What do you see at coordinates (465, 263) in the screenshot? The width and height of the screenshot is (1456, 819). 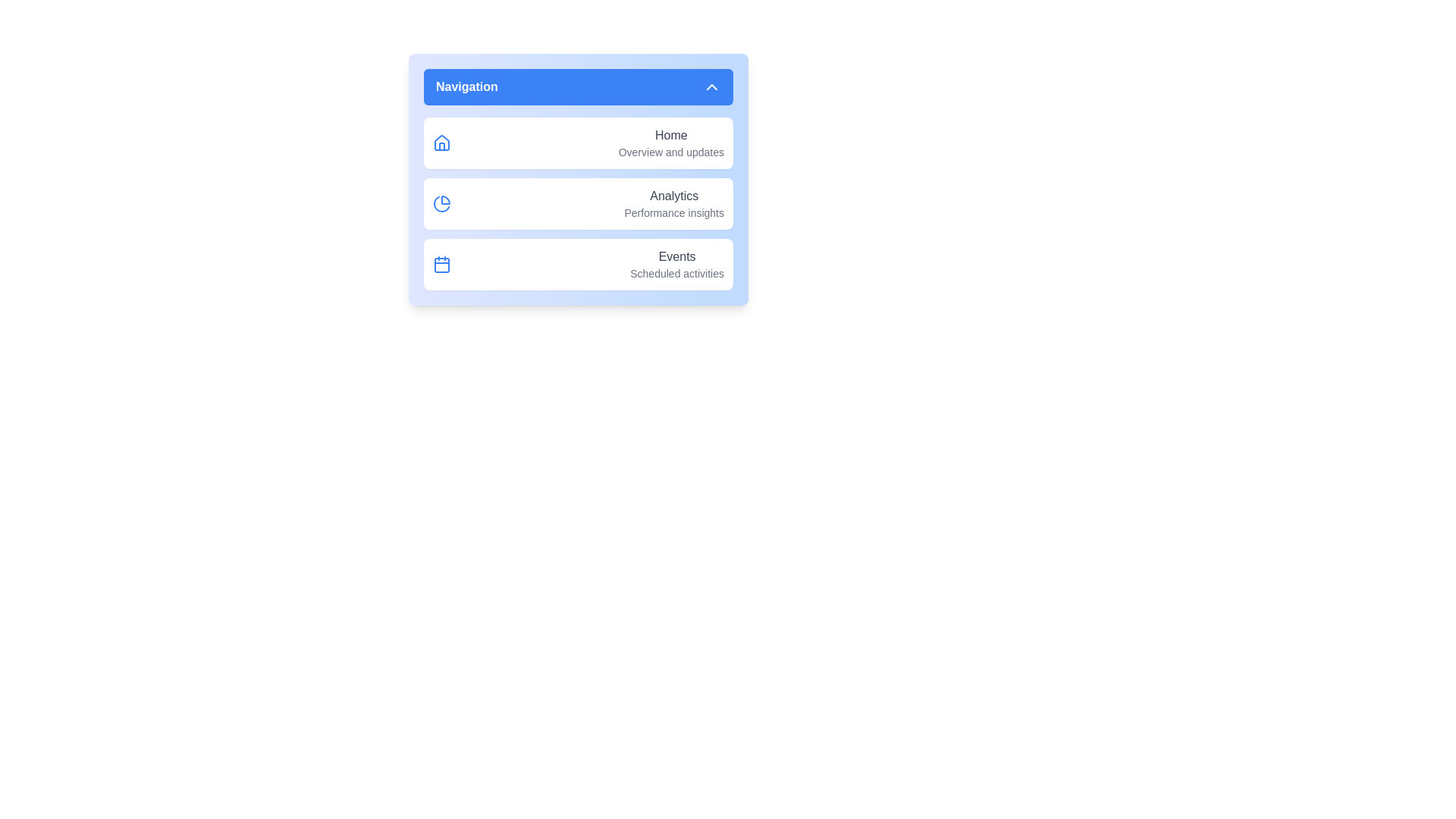 I see `the menu item corresponding to Events` at bounding box center [465, 263].